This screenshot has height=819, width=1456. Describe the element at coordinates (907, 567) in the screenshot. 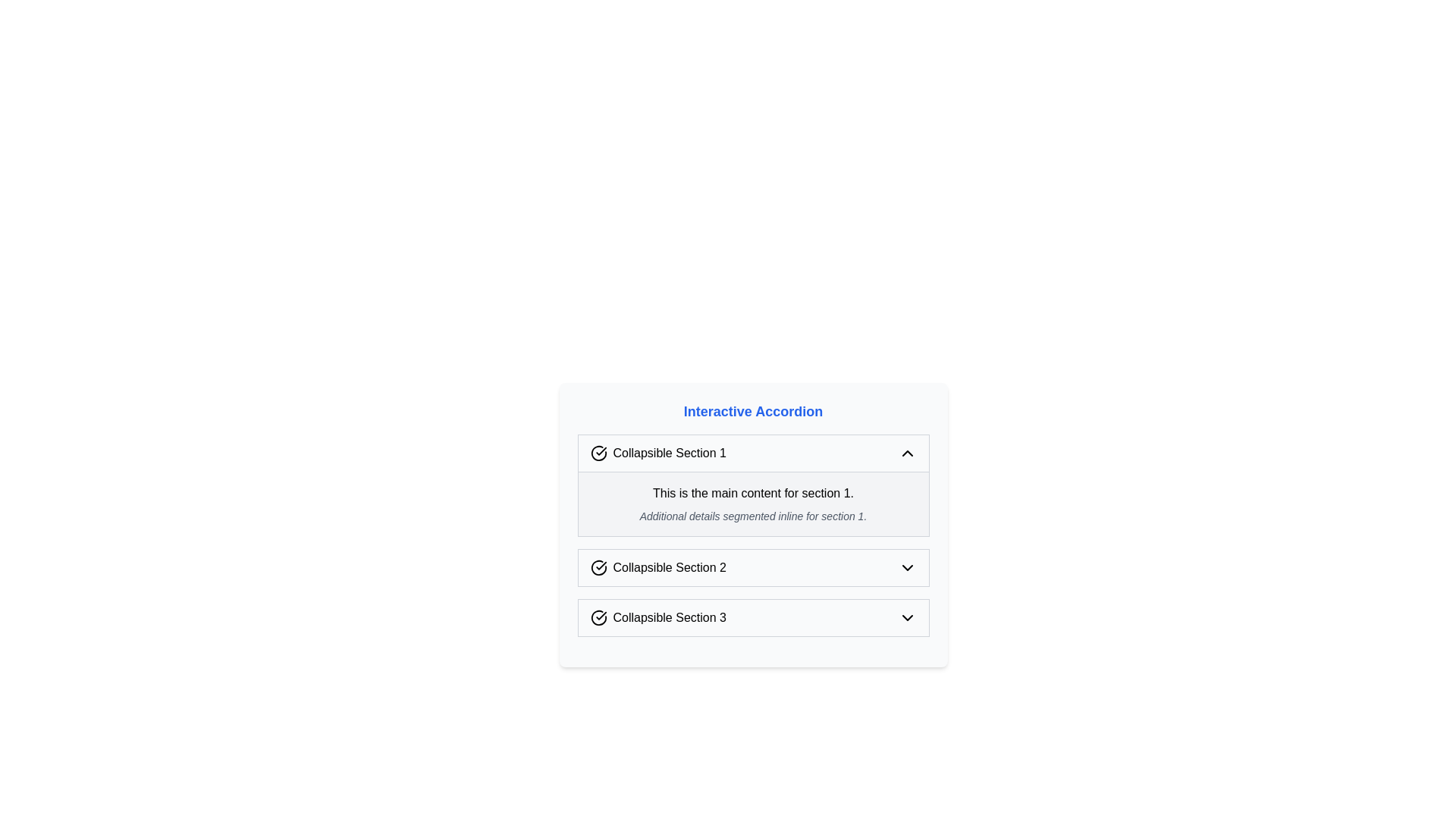

I see `the SVG icon located on the right side of the 'Collapsible Section 2' header` at that location.